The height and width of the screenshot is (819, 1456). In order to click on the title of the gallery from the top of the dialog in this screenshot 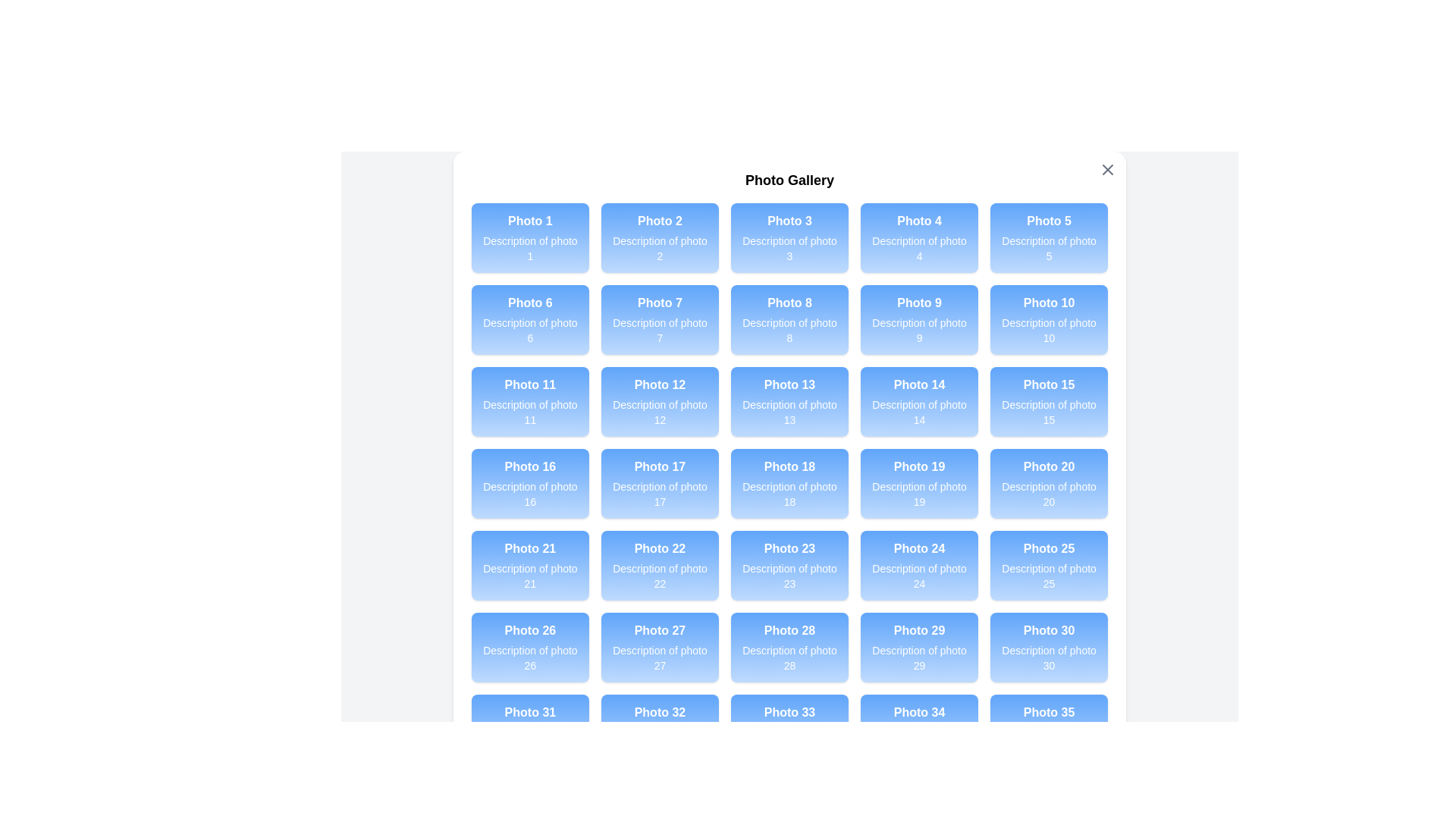, I will do `click(789, 180)`.